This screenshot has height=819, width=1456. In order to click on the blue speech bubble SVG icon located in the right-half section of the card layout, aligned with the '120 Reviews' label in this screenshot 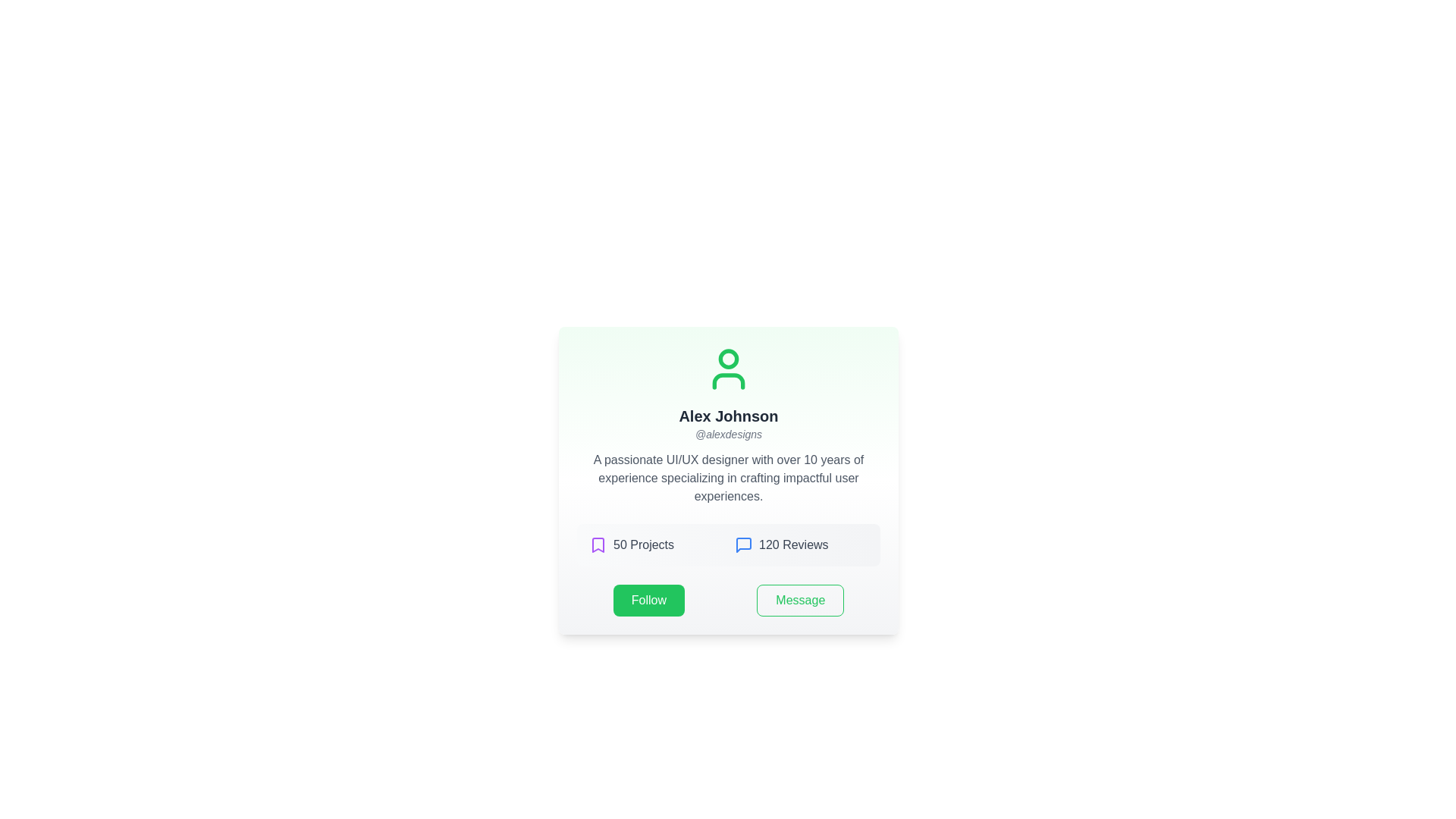, I will do `click(743, 544)`.